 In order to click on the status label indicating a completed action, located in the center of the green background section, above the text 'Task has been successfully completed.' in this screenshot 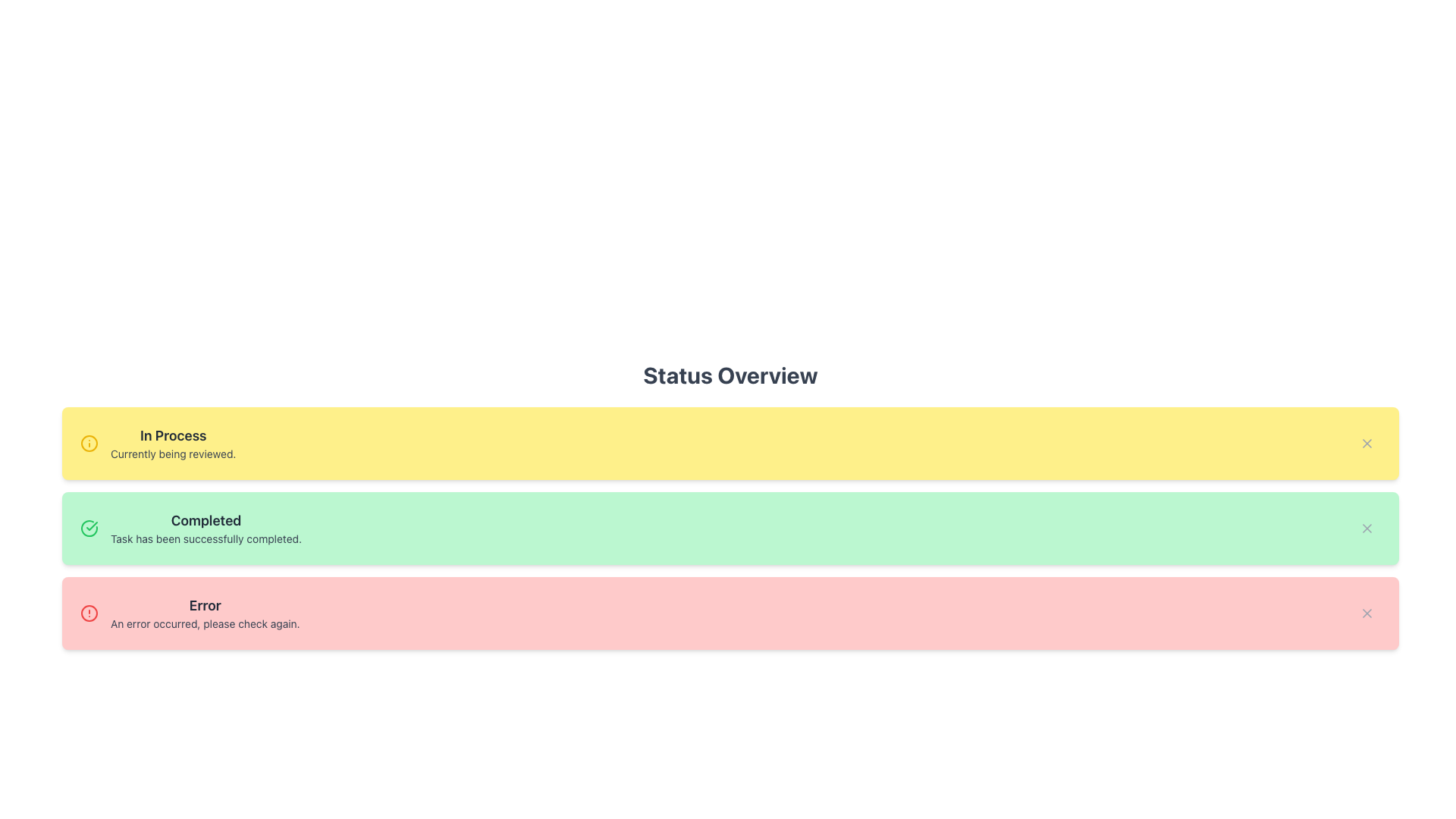, I will do `click(206, 519)`.